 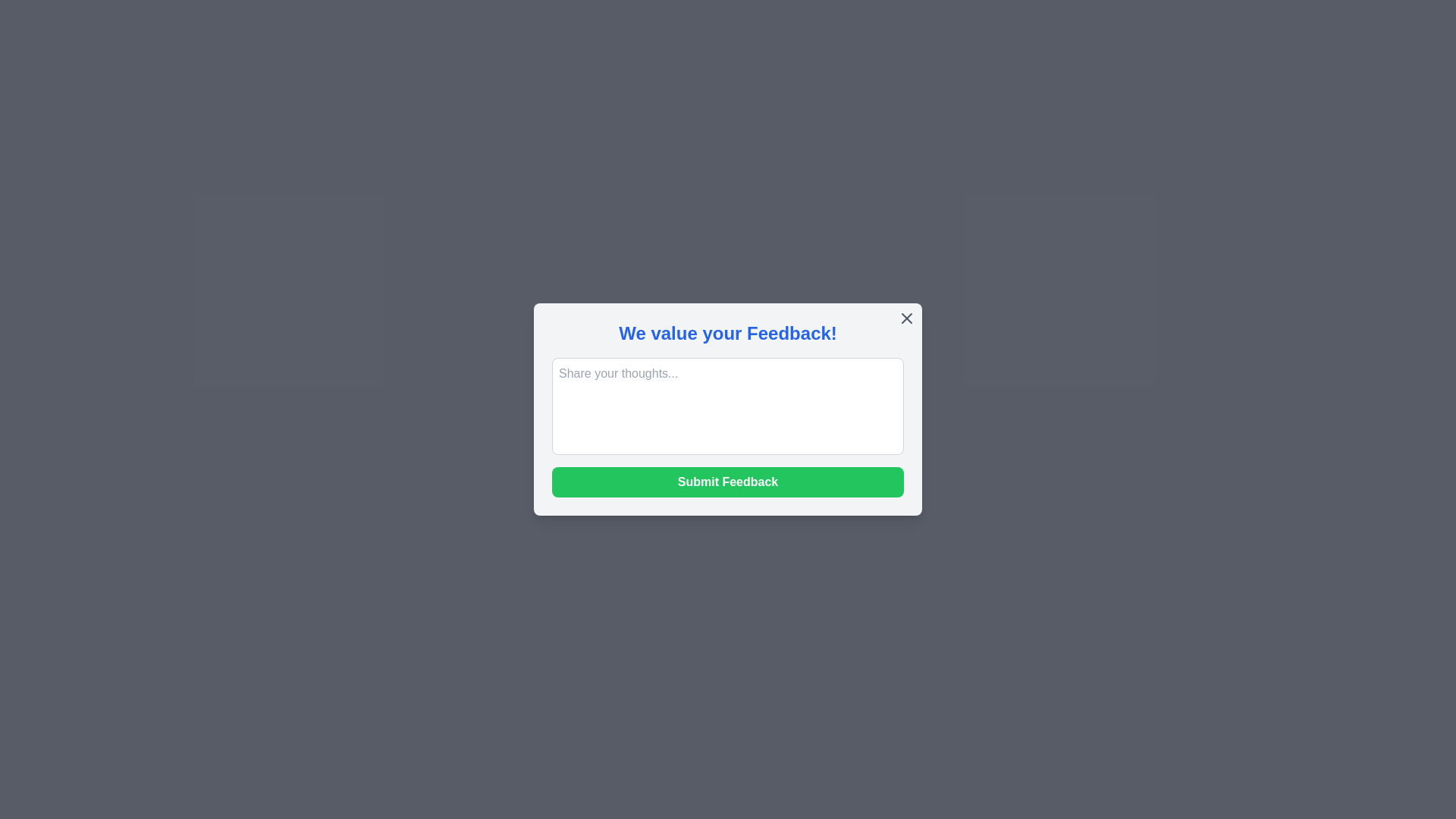 What do you see at coordinates (728, 482) in the screenshot?
I see `the 'Submit Feedback' button to submit the feedback` at bounding box center [728, 482].